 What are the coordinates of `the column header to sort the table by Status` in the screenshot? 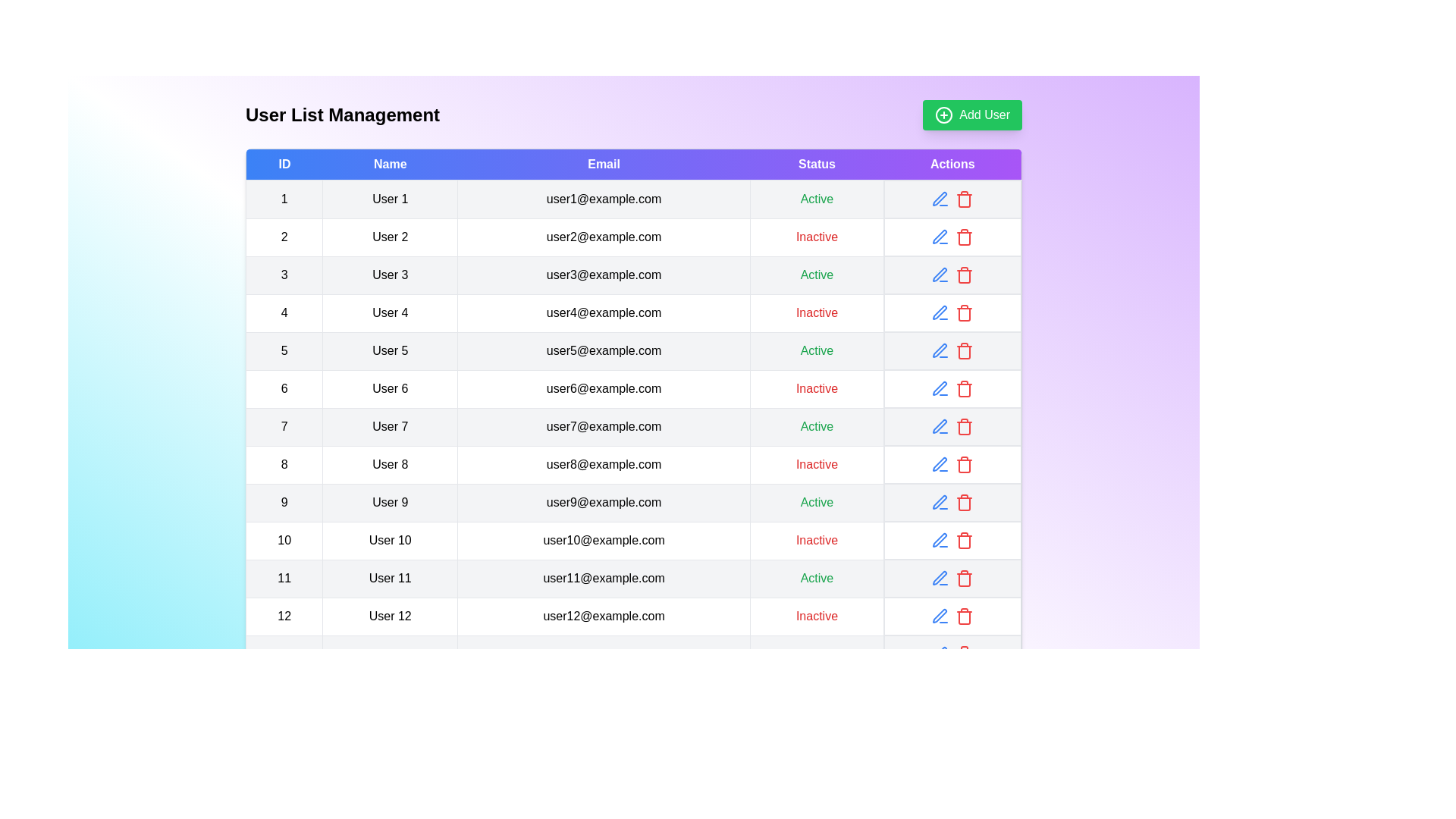 It's located at (815, 164).